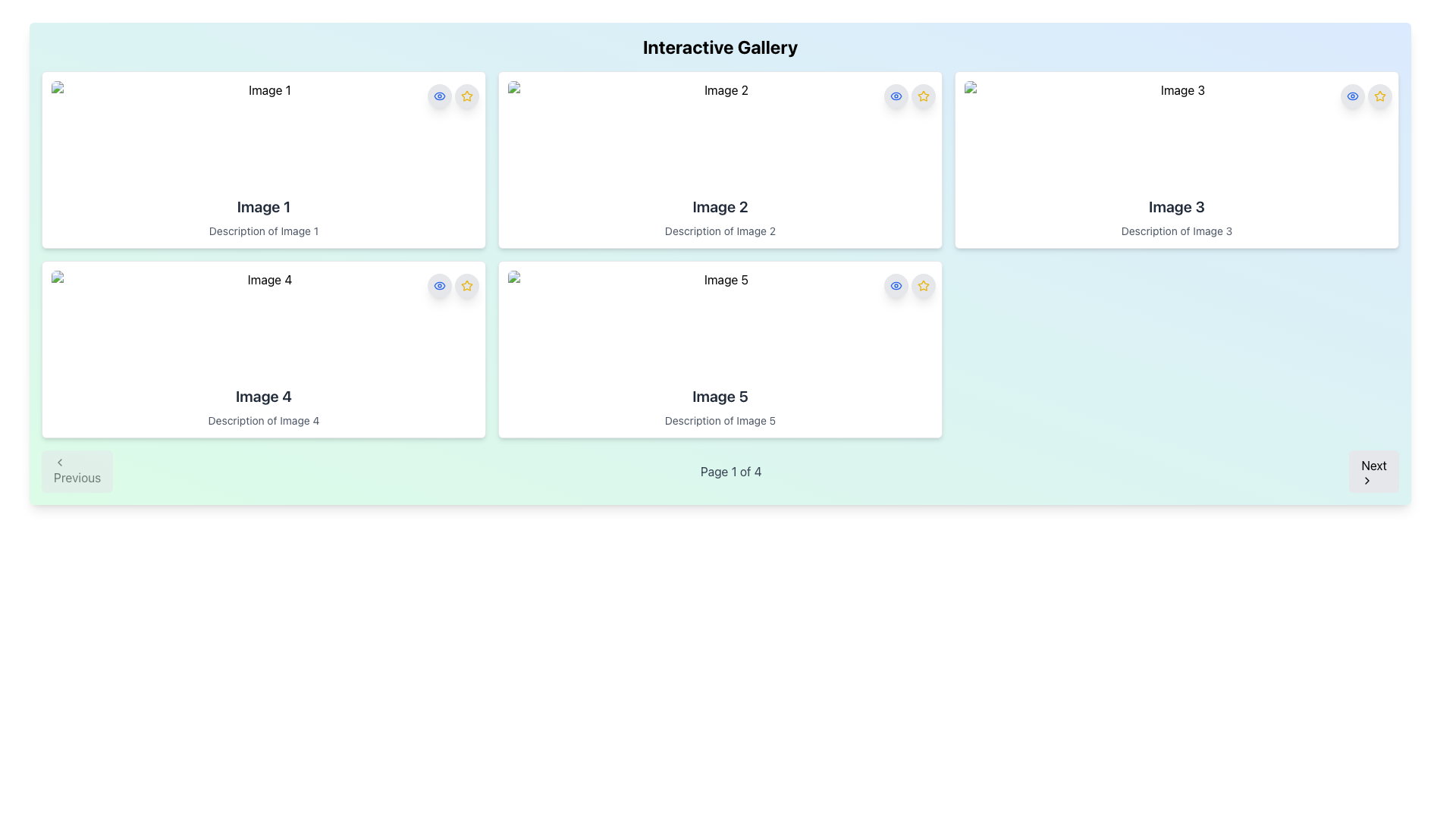 Image resolution: width=1456 pixels, height=819 pixels. I want to click on the second interactive icon to the right of the image labeled 'Image 2', which serves as a favorite or highlight marker, so click(923, 96).